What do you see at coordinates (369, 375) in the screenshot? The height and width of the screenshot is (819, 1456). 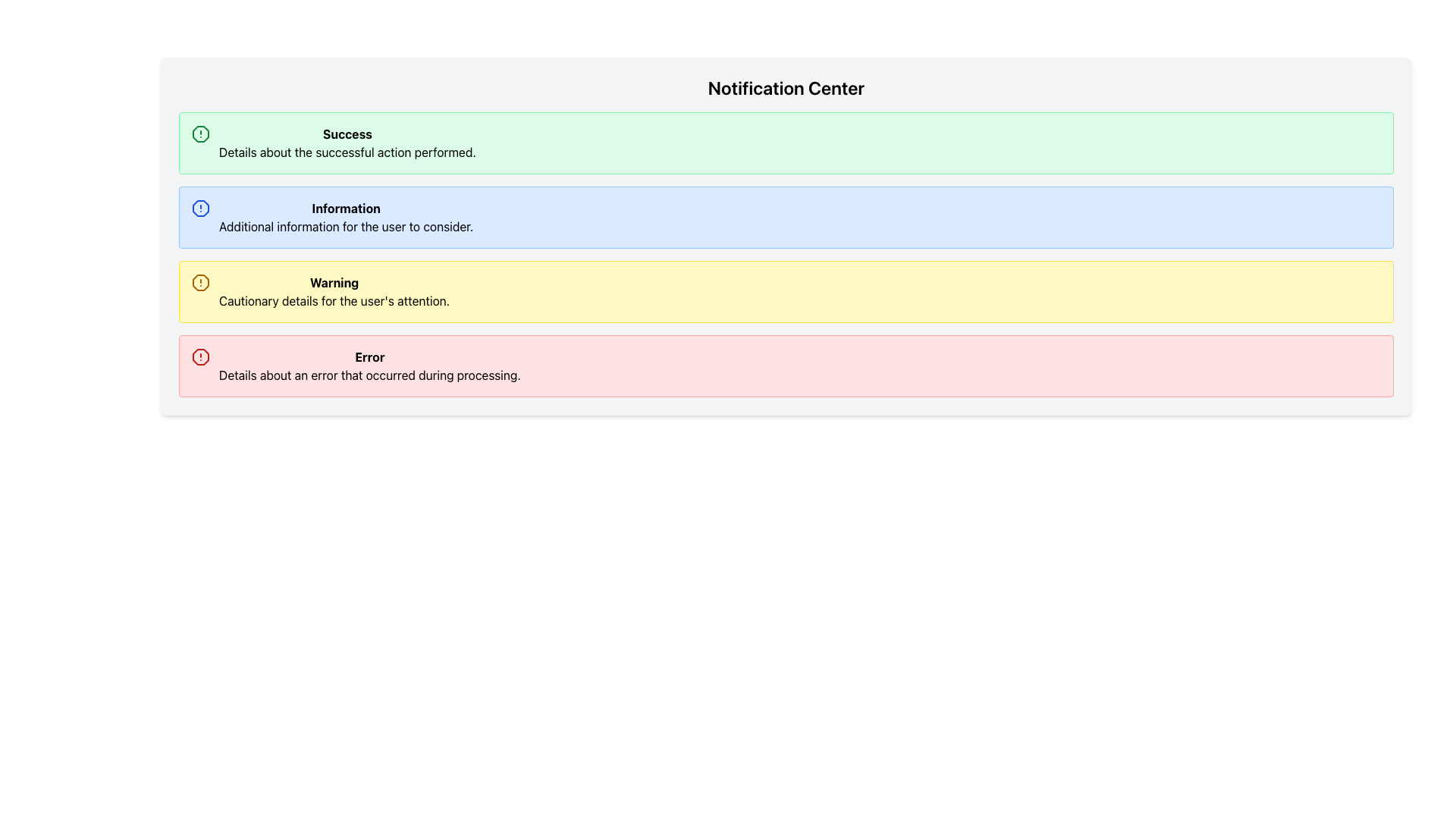 I see `the text label that reads 'Details about an error that occurred during processing.' located within a red box labeled 'Error' at the bottommost section of the notification group` at bounding box center [369, 375].